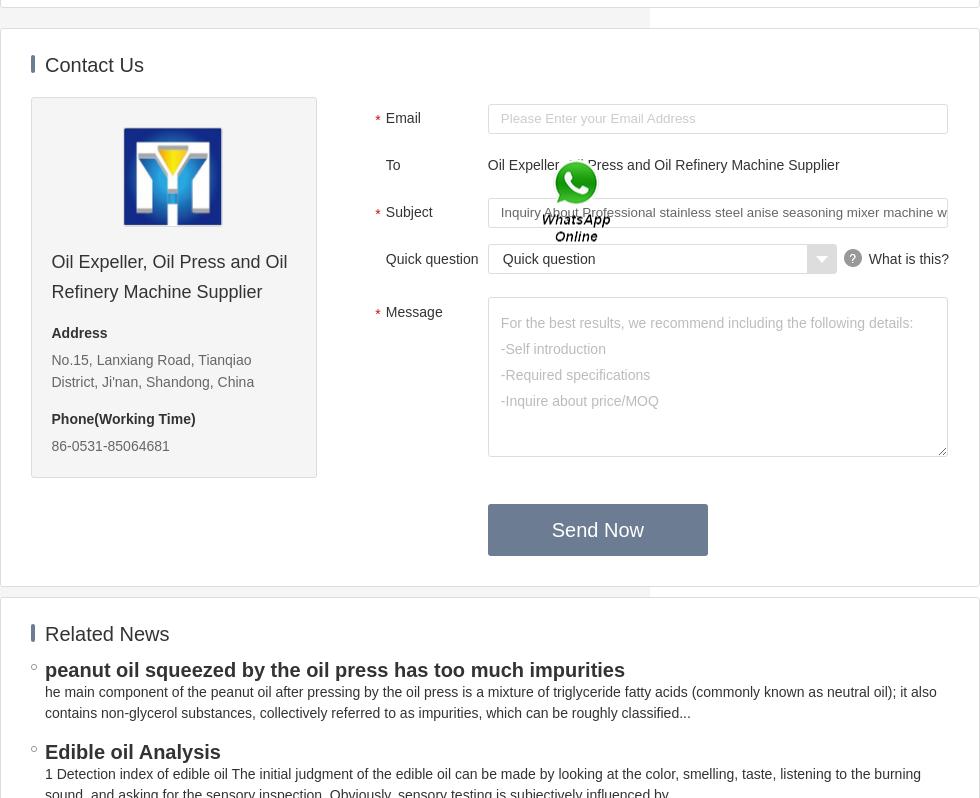 The image size is (980, 798). What do you see at coordinates (402, 117) in the screenshot?
I see `'Email'` at bounding box center [402, 117].